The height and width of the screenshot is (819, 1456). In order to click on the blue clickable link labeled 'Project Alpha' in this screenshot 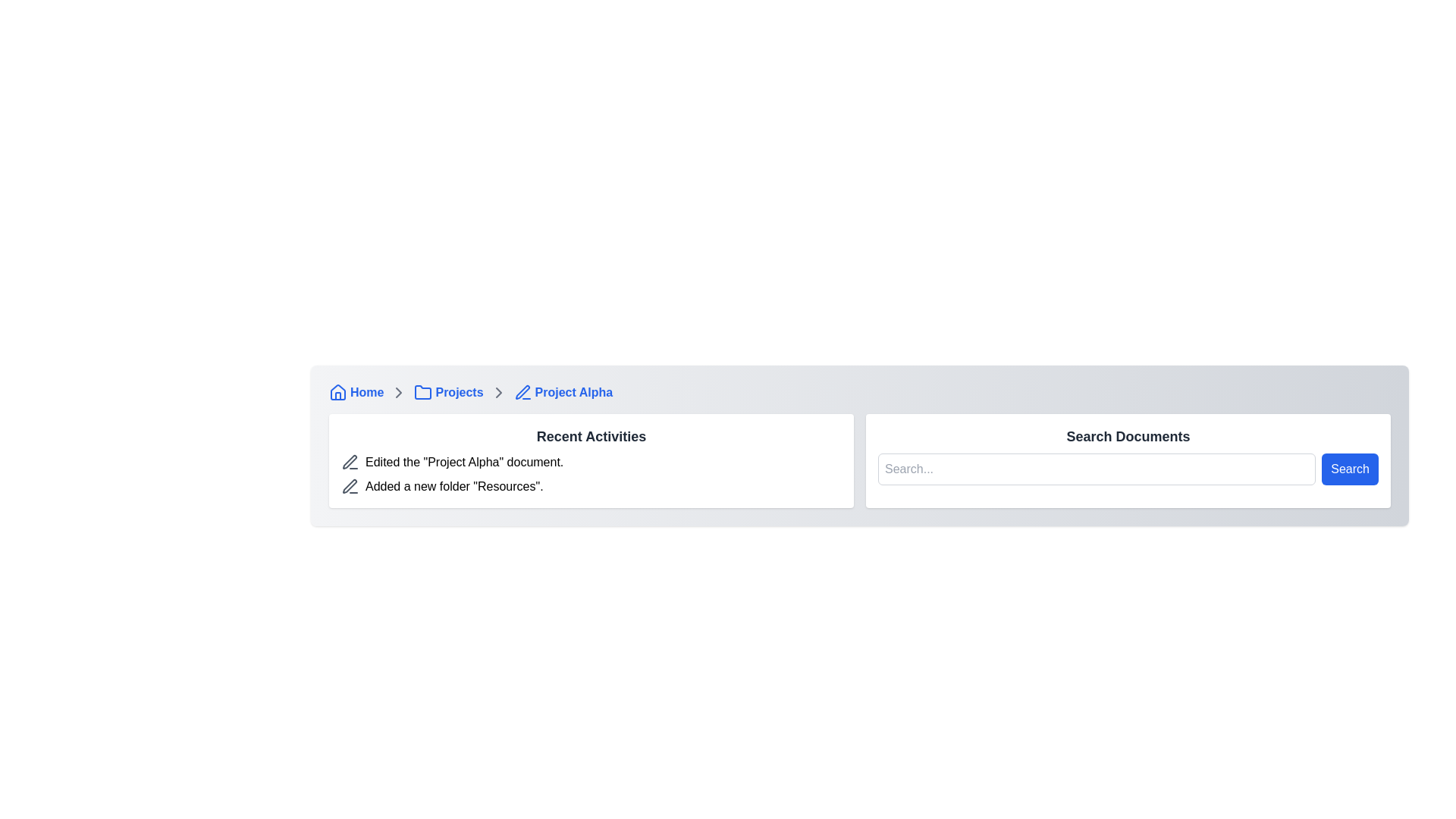, I will do `click(562, 391)`.